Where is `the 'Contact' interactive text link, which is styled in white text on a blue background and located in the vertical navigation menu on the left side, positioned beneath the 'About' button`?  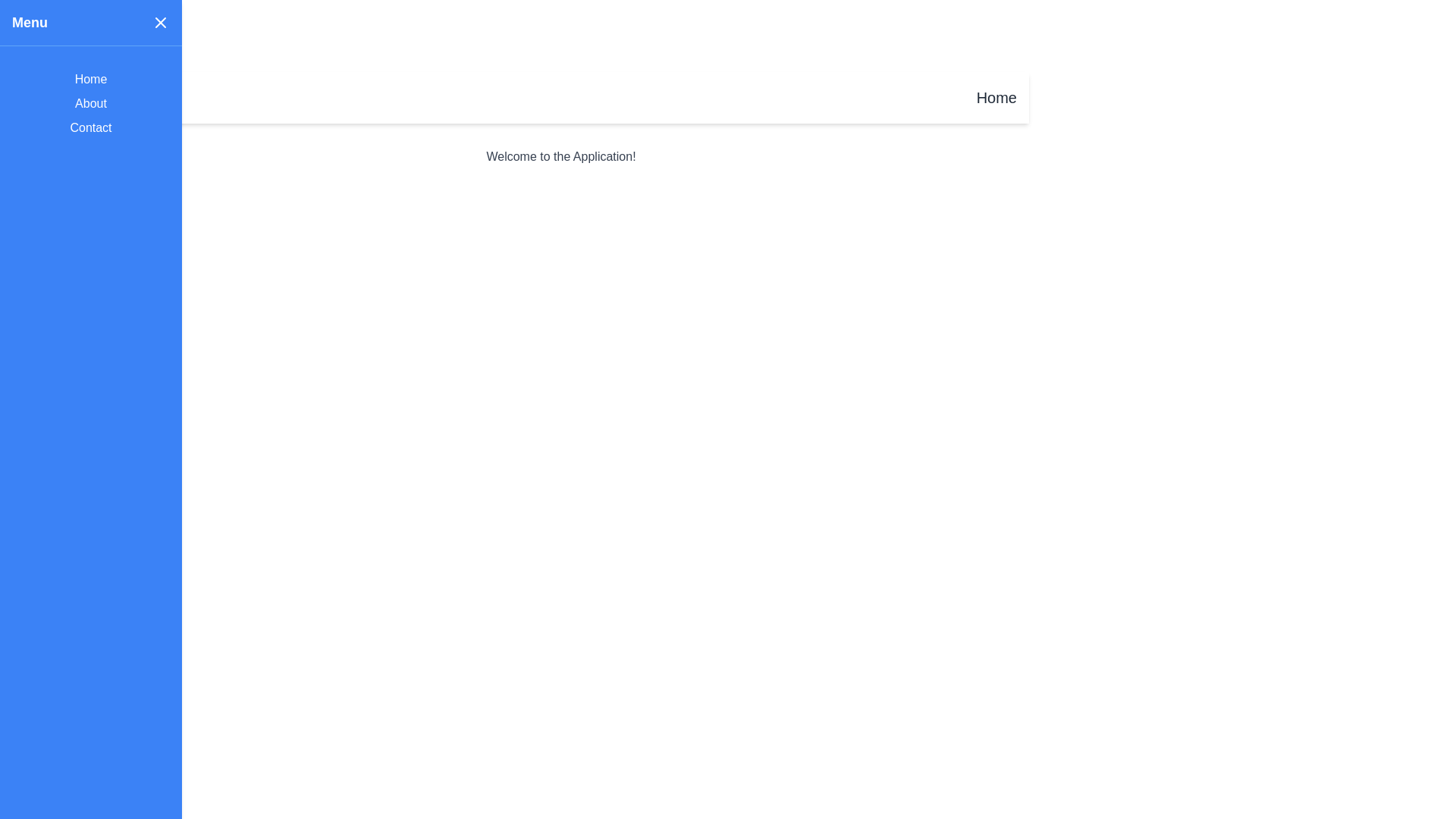
the 'Contact' interactive text link, which is styled in white text on a blue background and located in the vertical navigation menu on the left side, positioned beneath the 'About' button is located at coordinates (90, 127).